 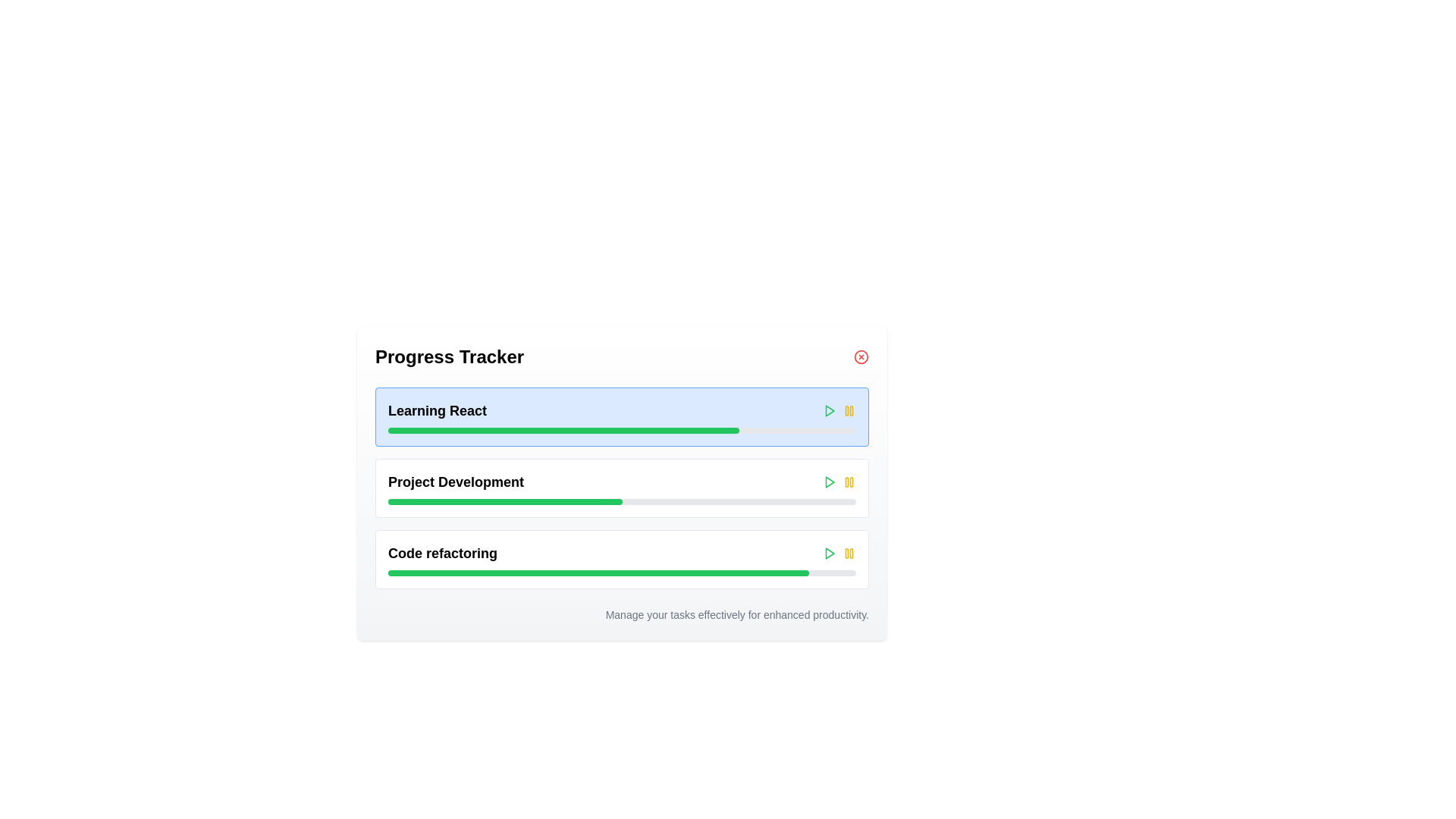 What do you see at coordinates (455, 482) in the screenshot?
I see `the label for the progress item in the Progress Tracker, which is the second item in the vertically stacked list, located between 'Learning React' and 'Code refactoring'` at bounding box center [455, 482].